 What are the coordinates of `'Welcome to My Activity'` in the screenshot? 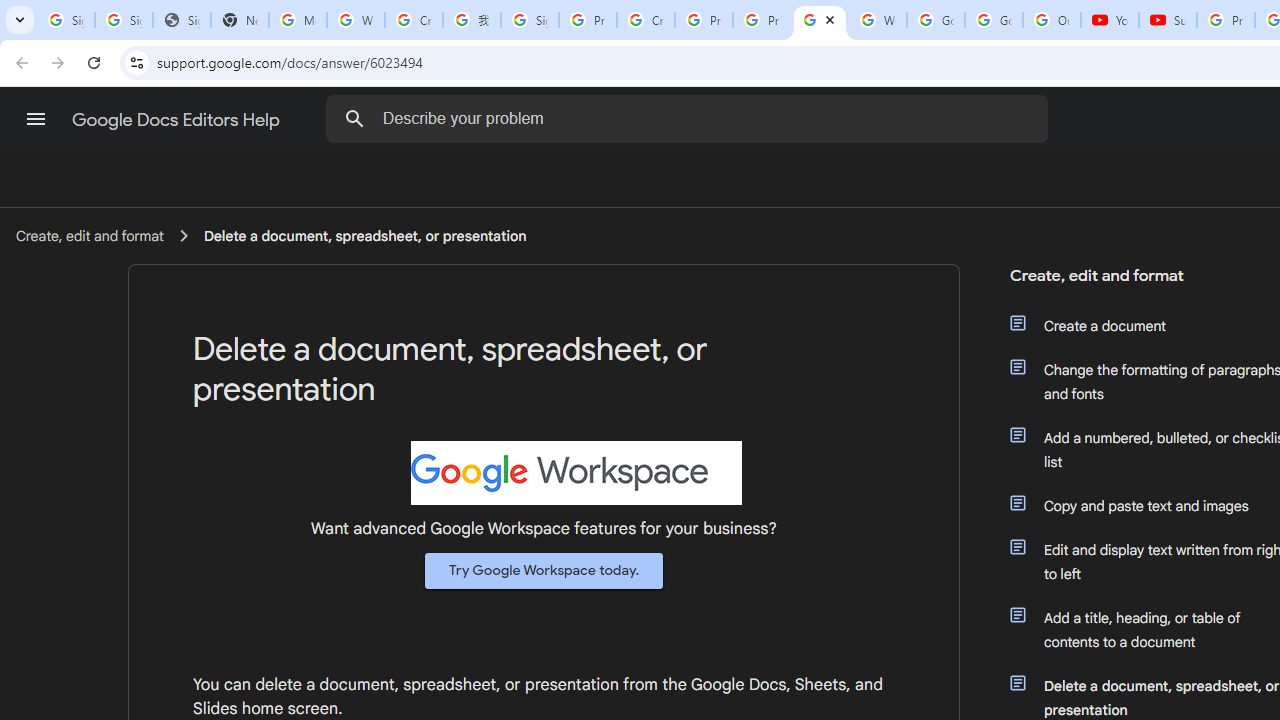 It's located at (878, 20).